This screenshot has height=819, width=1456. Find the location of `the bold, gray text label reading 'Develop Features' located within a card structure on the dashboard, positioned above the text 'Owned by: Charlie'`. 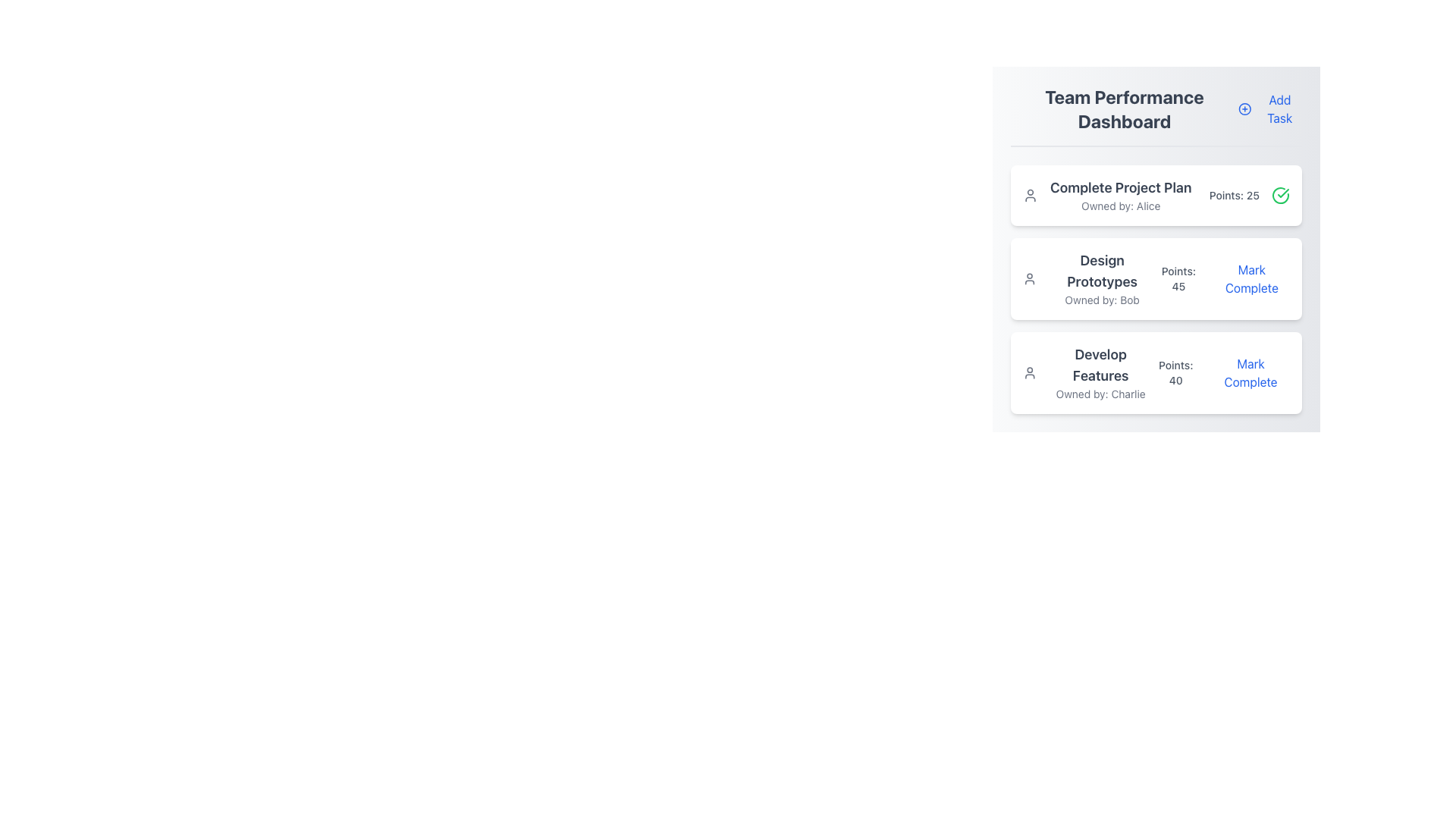

the bold, gray text label reading 'Develop Features' located within a card structure on the dashboard, positioned above the text 'Owned by: Charlie' is located at coordinates (1100, 366).